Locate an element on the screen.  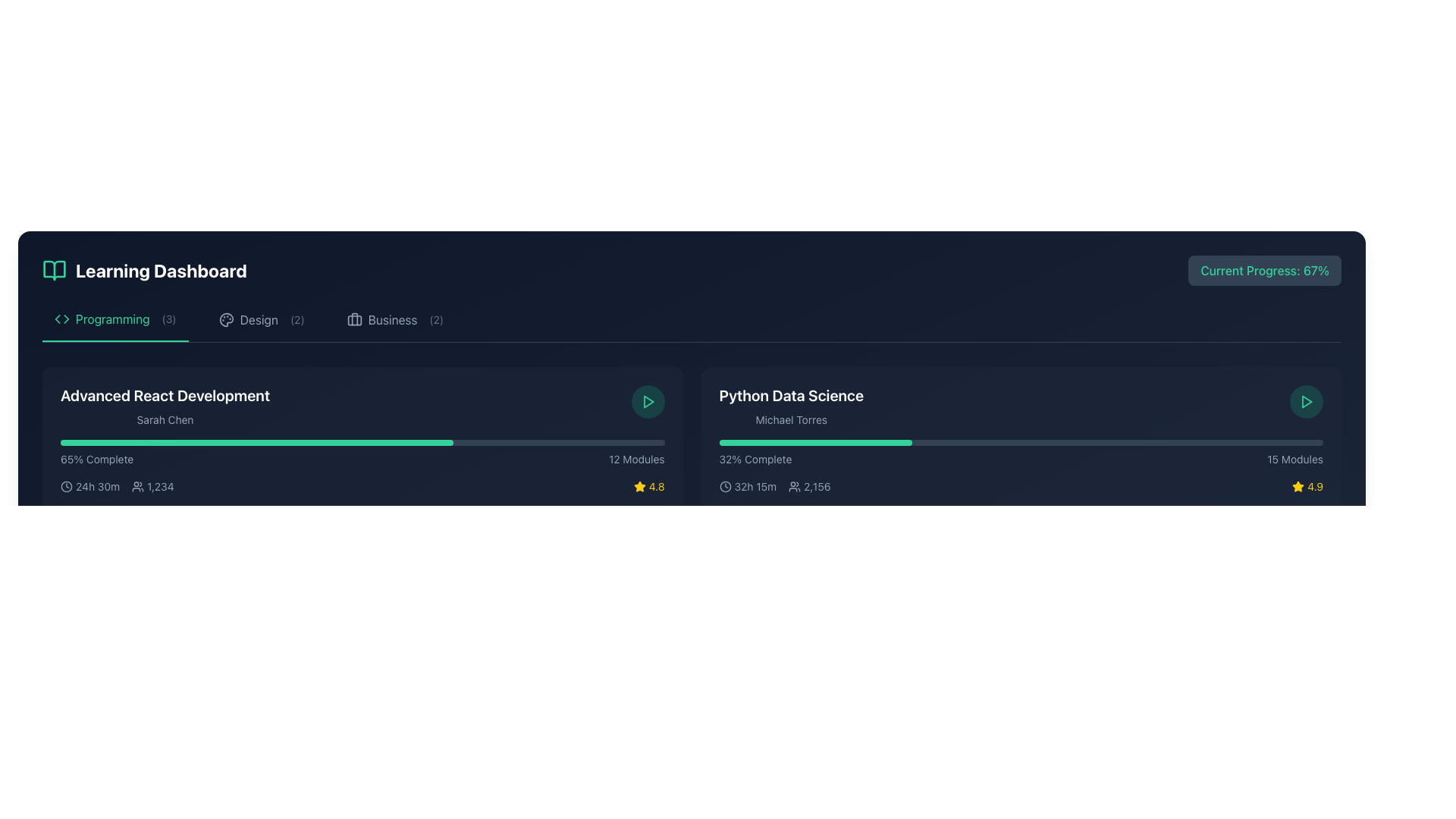
the star icon representing the rating located to the left of the numeric score (4.9) in the bottom-right corner of the Python Data Science module card is located at coordinates (640, 649).